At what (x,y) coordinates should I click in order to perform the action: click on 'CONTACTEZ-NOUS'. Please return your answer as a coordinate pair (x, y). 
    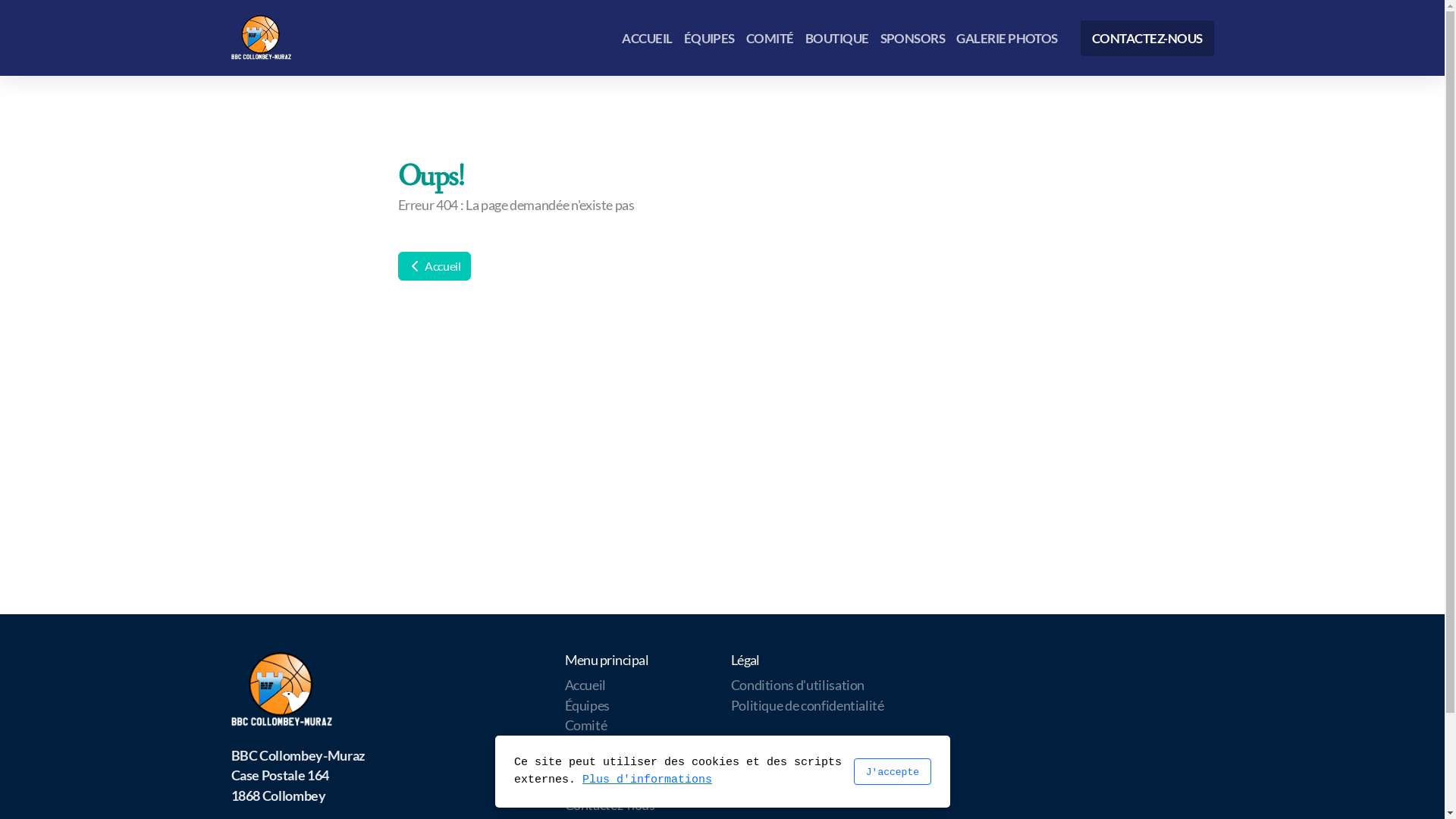
    Looking at the image, I should click on (1147, 36).